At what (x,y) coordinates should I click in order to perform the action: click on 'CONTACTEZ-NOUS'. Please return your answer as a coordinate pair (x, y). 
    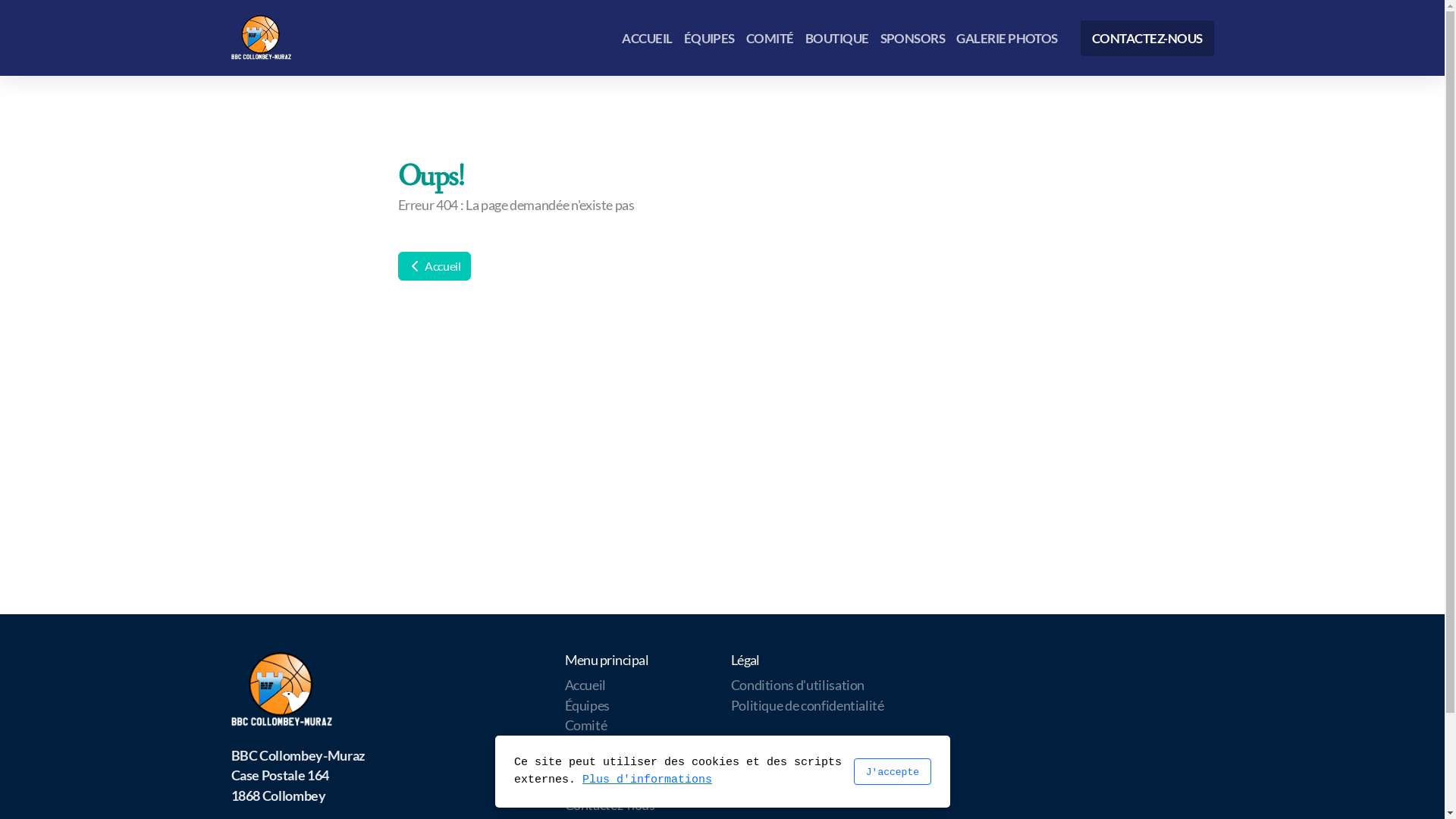
    Looking at the image, I should click on (1147, 36).